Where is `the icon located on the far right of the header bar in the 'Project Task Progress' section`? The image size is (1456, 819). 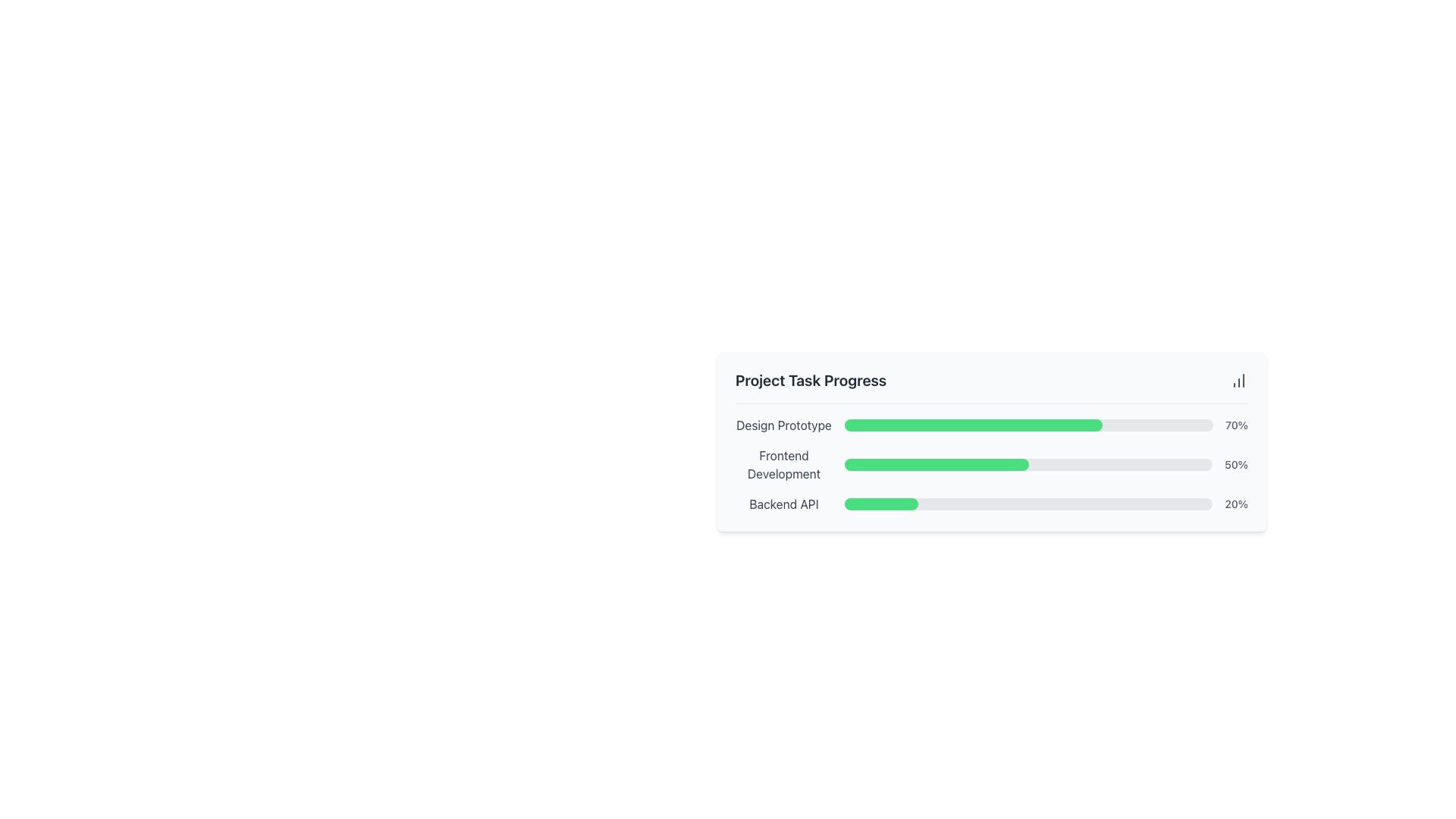
the icon located on the far right of the header bar in the 'Project Task Progress' section is located at coordinates (1238, 379).